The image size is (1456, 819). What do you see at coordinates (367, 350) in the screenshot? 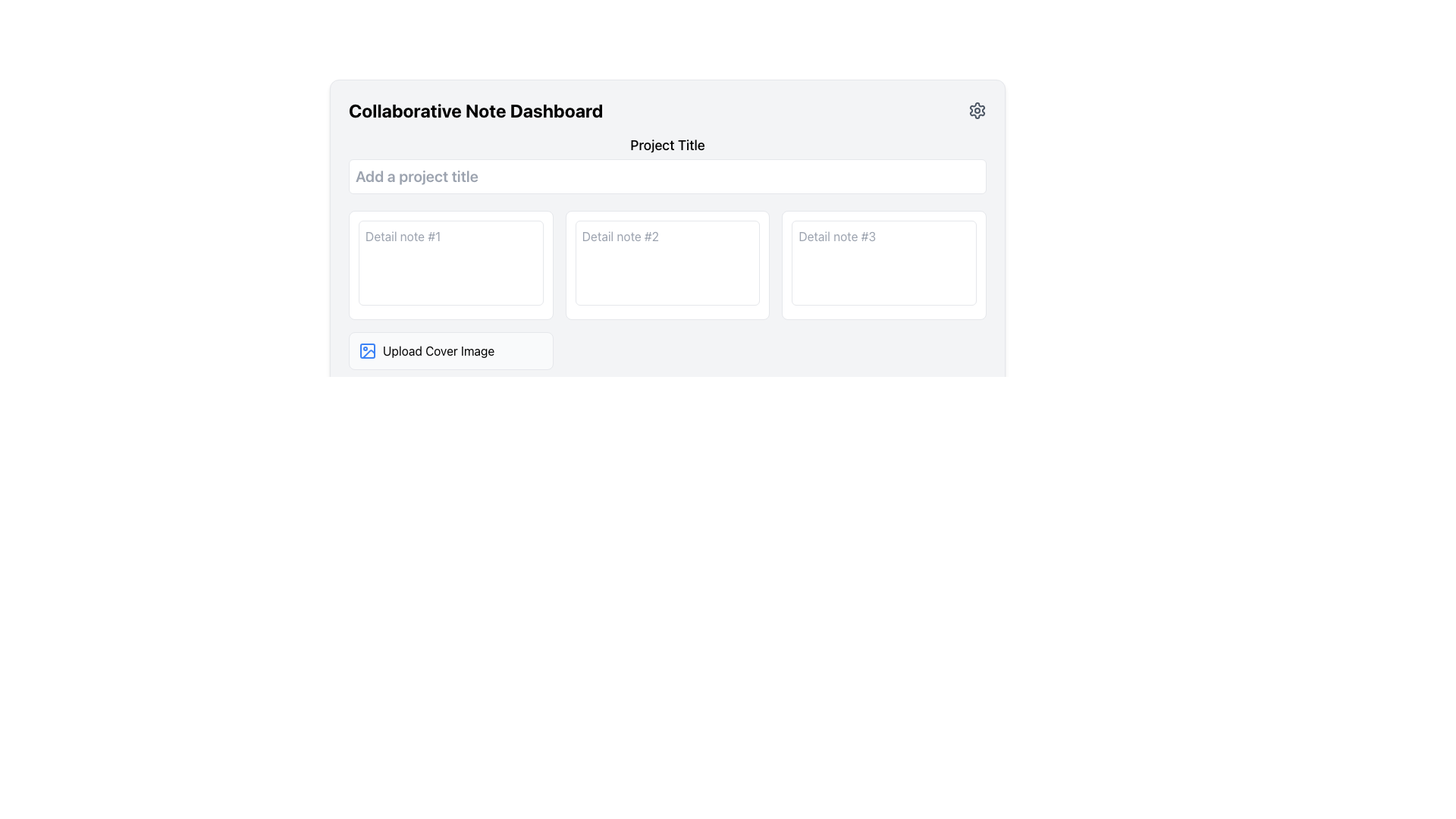
I see `the main rectangular frame of the image or photo-related UI component, located near the 'Upload Cover Image' button` at bounding box center [367, 350].